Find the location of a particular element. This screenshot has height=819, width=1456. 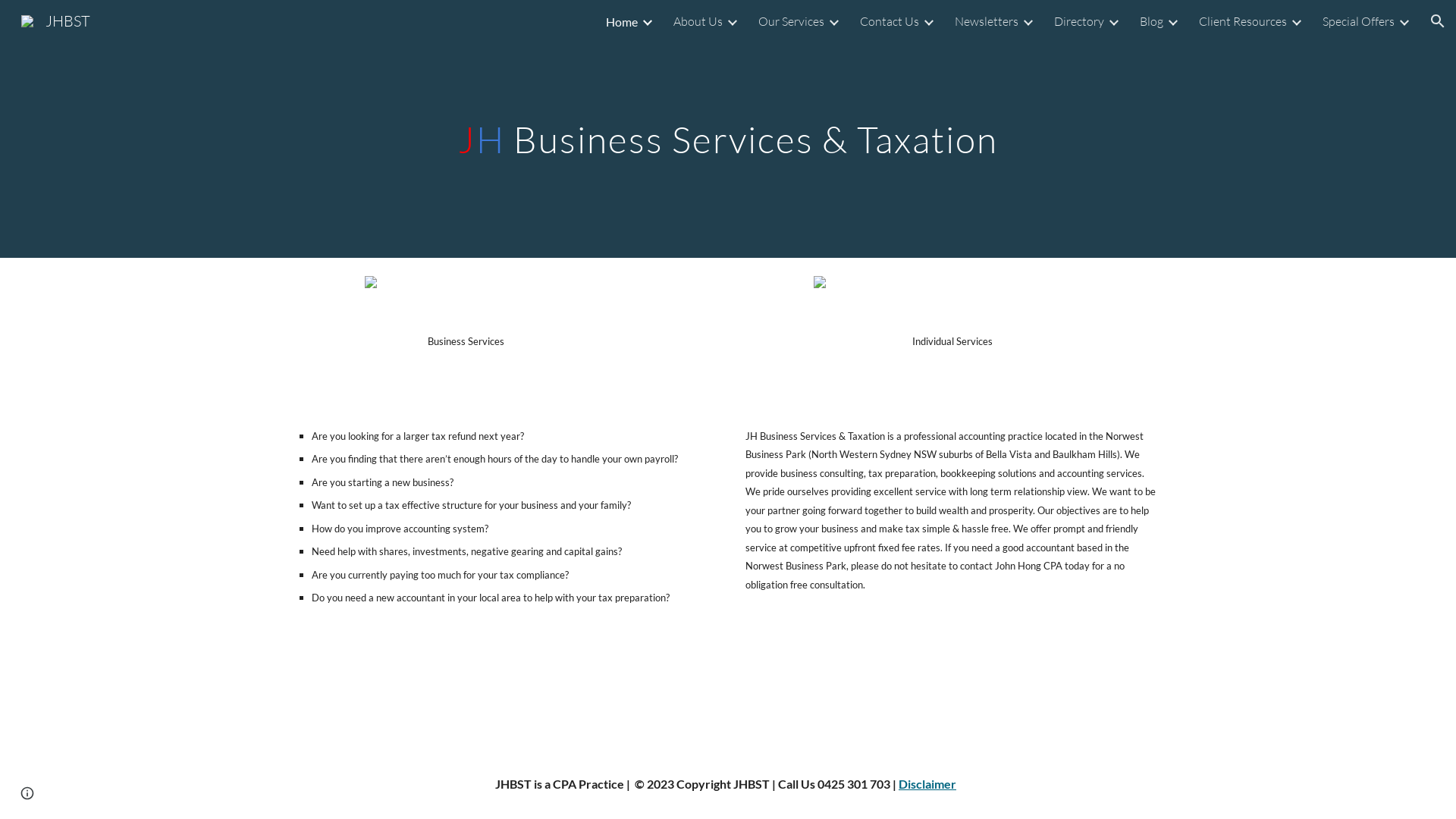

'Newsletters' is located at coordinates (986, 20).